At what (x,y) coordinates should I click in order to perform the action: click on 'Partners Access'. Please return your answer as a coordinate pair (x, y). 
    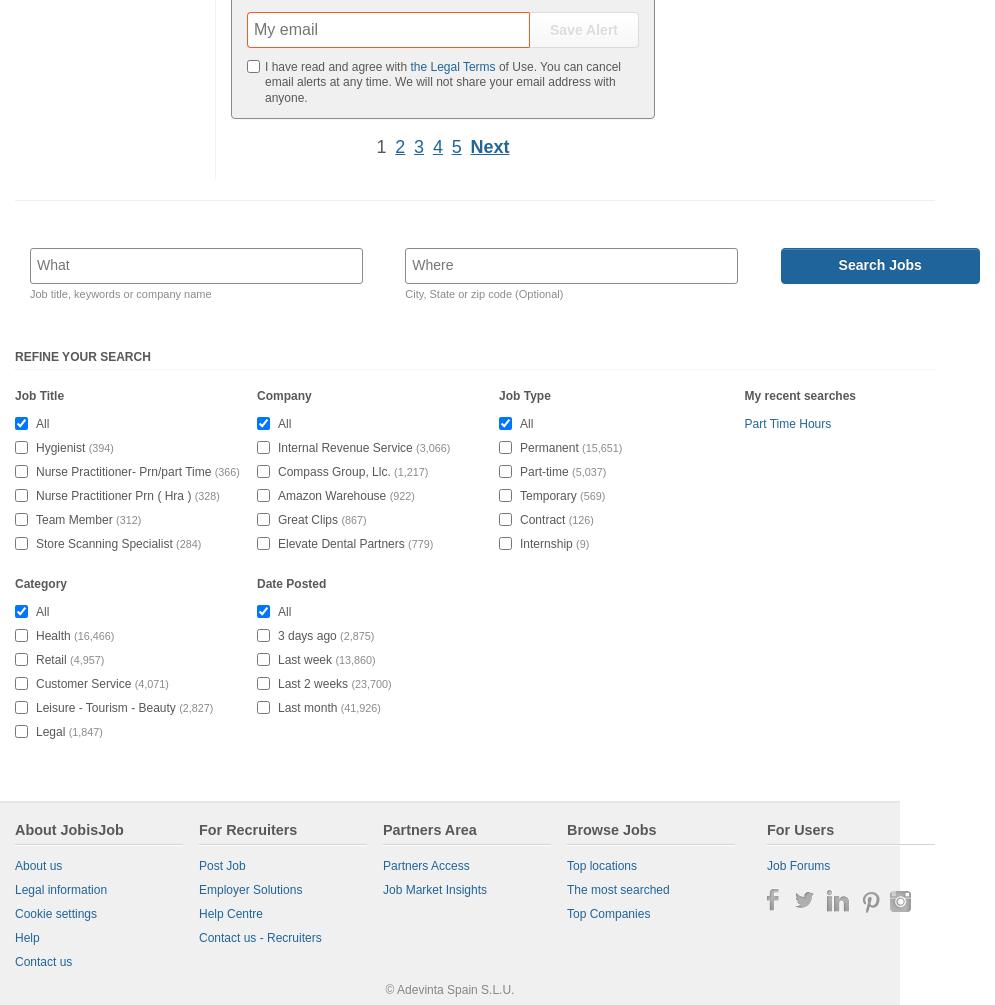
    Looking at the image, I should click on (381, 864).